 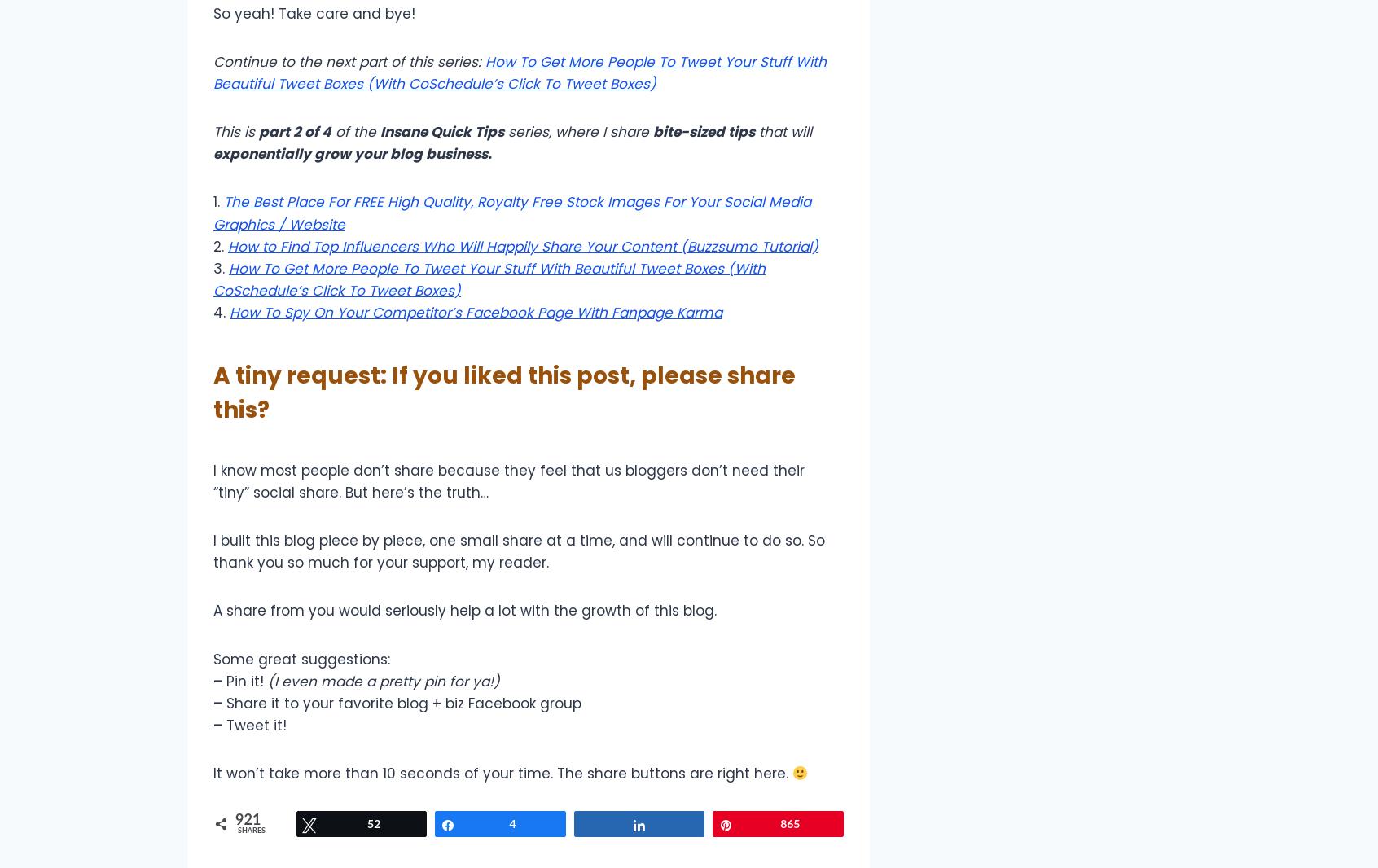 What do you see at coordinates (373, 825) in the screenshot?
I see `'52'` at bounding box center [373, 825].